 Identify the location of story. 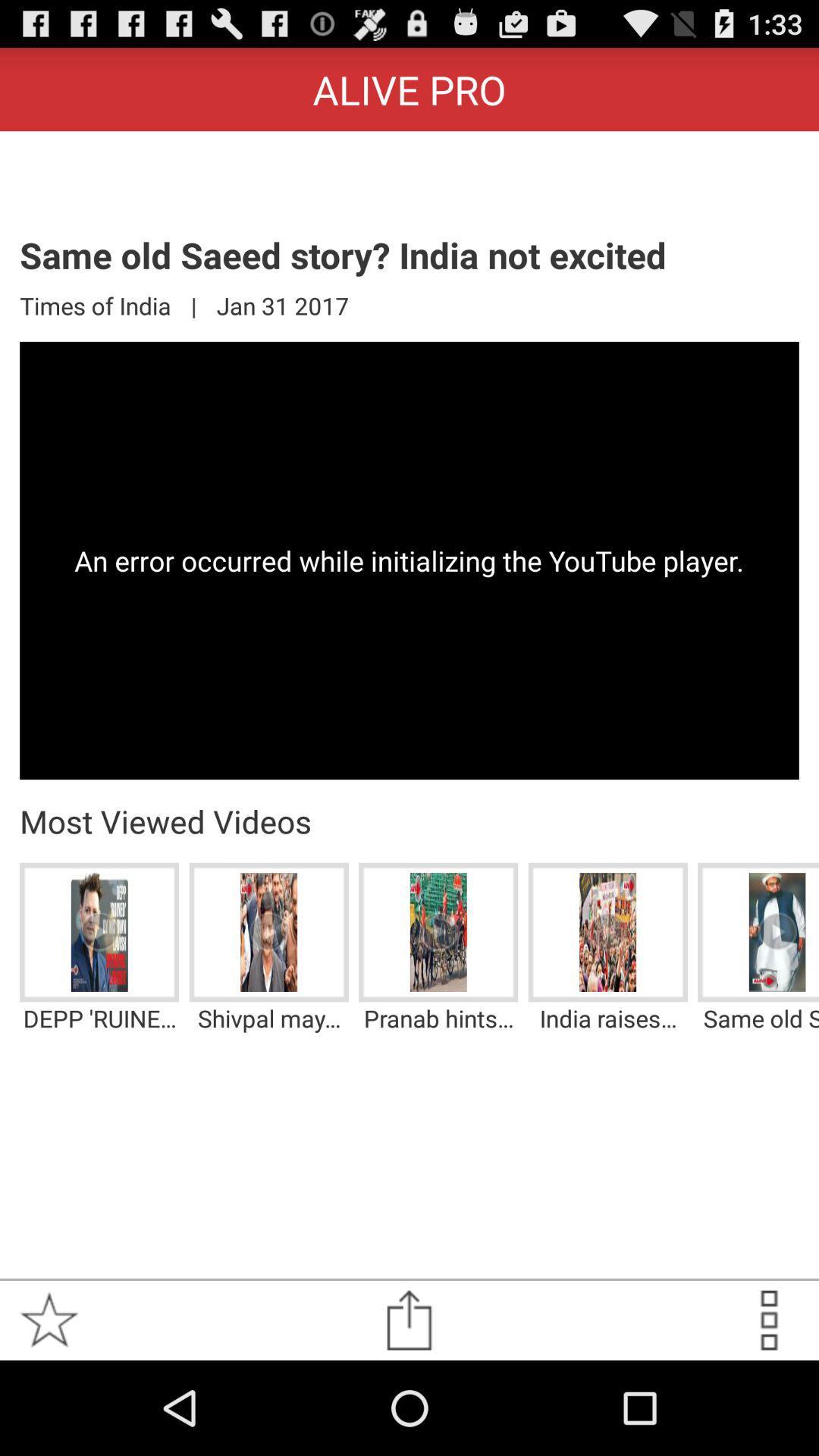
(49, 1319).